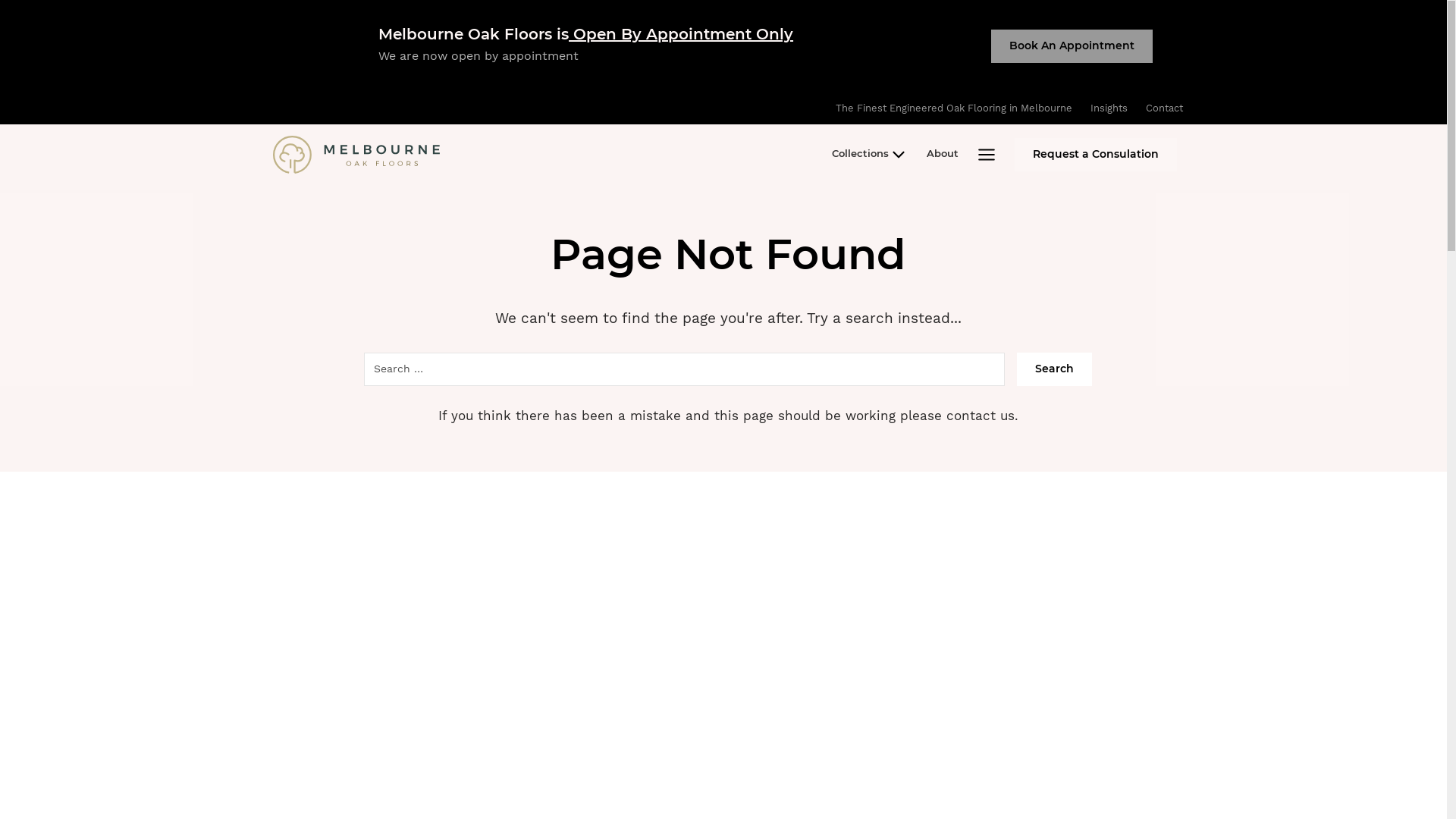 This screenshot has width=1456, height=819. Describe the element at coordinates (1053, 369) in the screenshot. I see `'Search'` at that location.